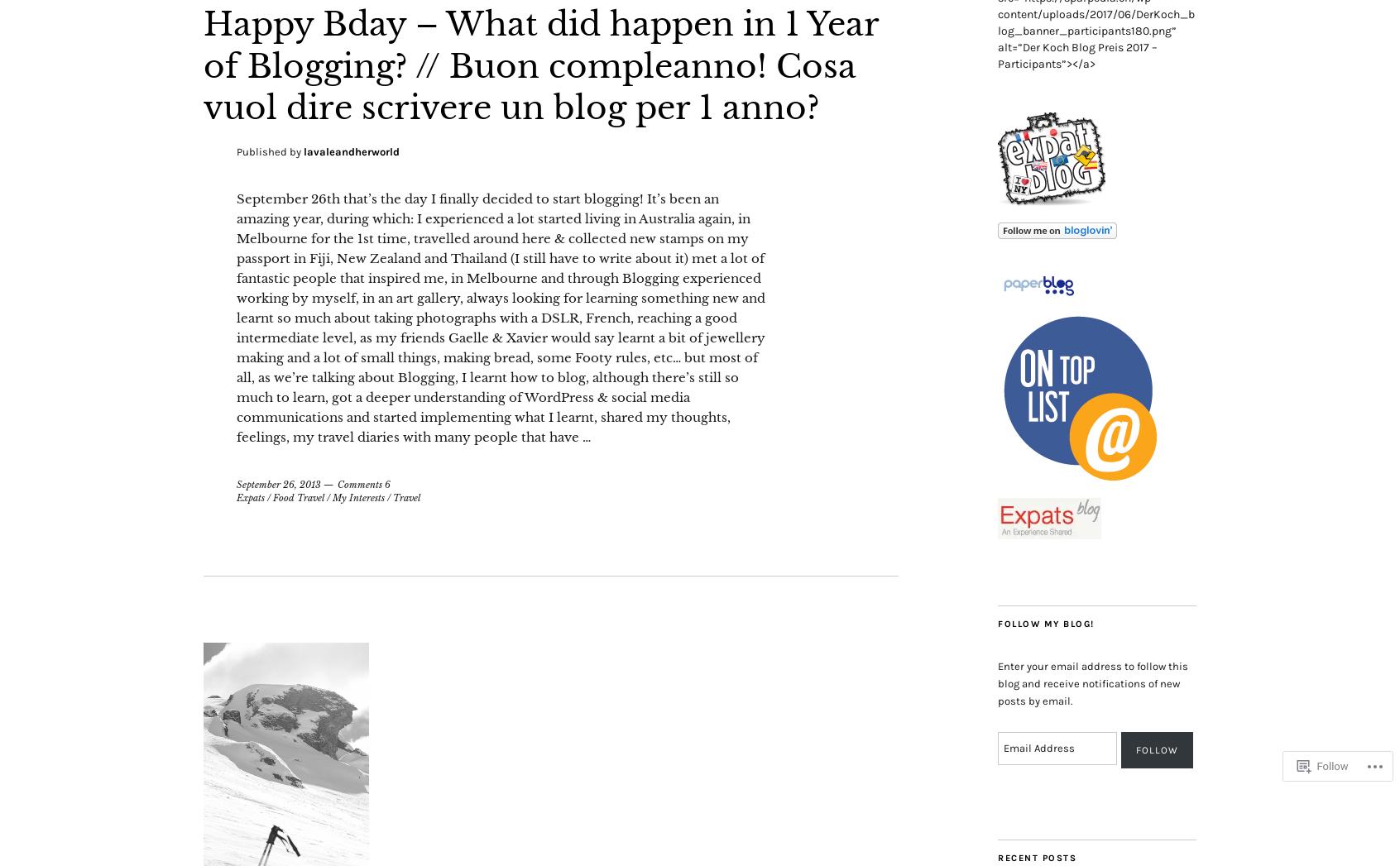  Describe the element at coordinates (269, 192) in the screenshot. I see `'Published by'` at that location.